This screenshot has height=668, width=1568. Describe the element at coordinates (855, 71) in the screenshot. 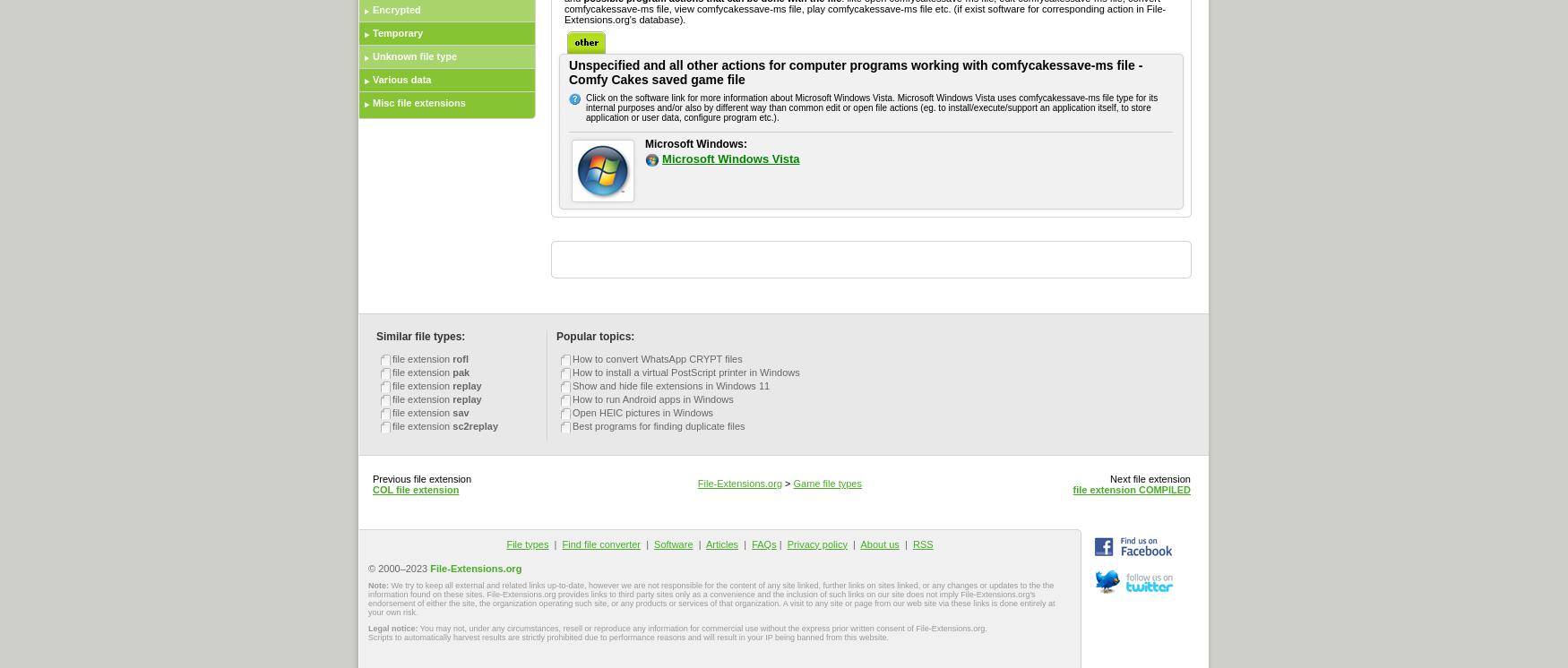

I see `'Unspecified and all other actions for computer programs working with comfycakessave-ms file - Comfy Cakes saved game file'` at that location.